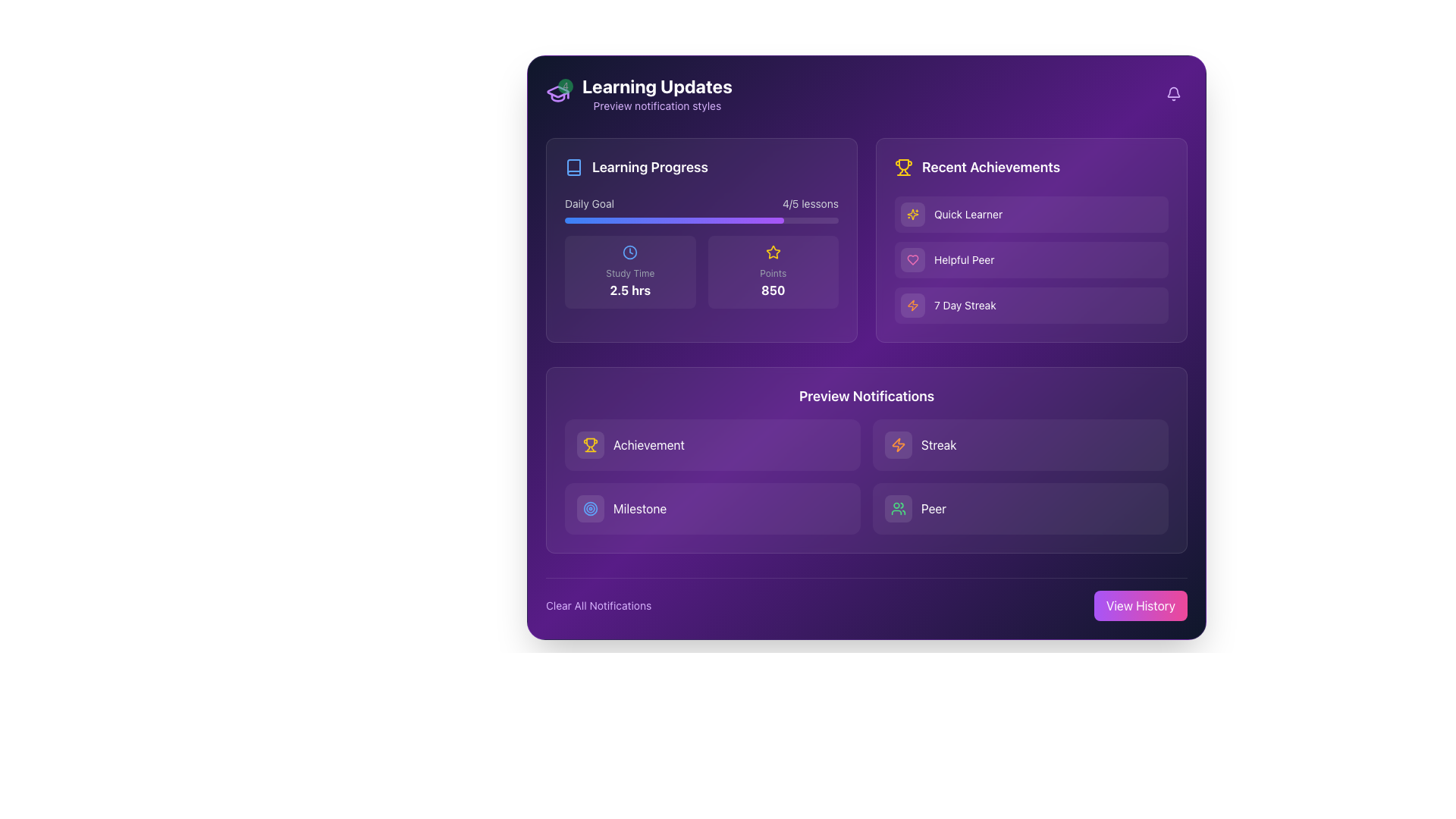 The width and height of the screenshot is (1456, 819). What do you see at coordinates (673, 220) in the screenshot?
I see `the horizontal gradient progress bar transitioning from blue to purple, which is located within the 'Learning Progress' card and aligned with the 'Daily Goal' label` at bounding box center [673, 220].